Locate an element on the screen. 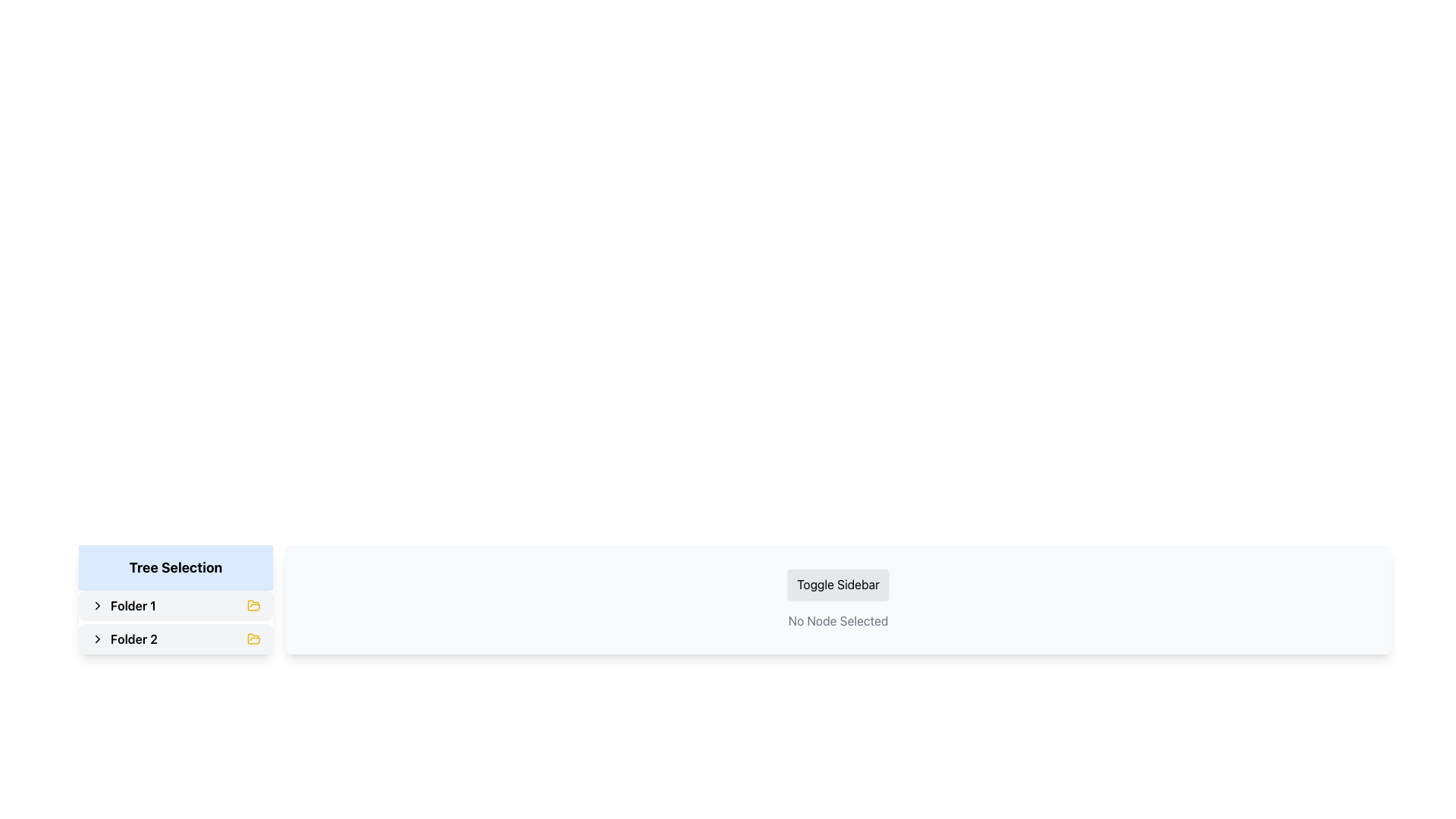 This screenshot has width=1456, height=819. the first folder entry in the navigation tree under 'Tree Selection' is located at coordinates (175, 604).